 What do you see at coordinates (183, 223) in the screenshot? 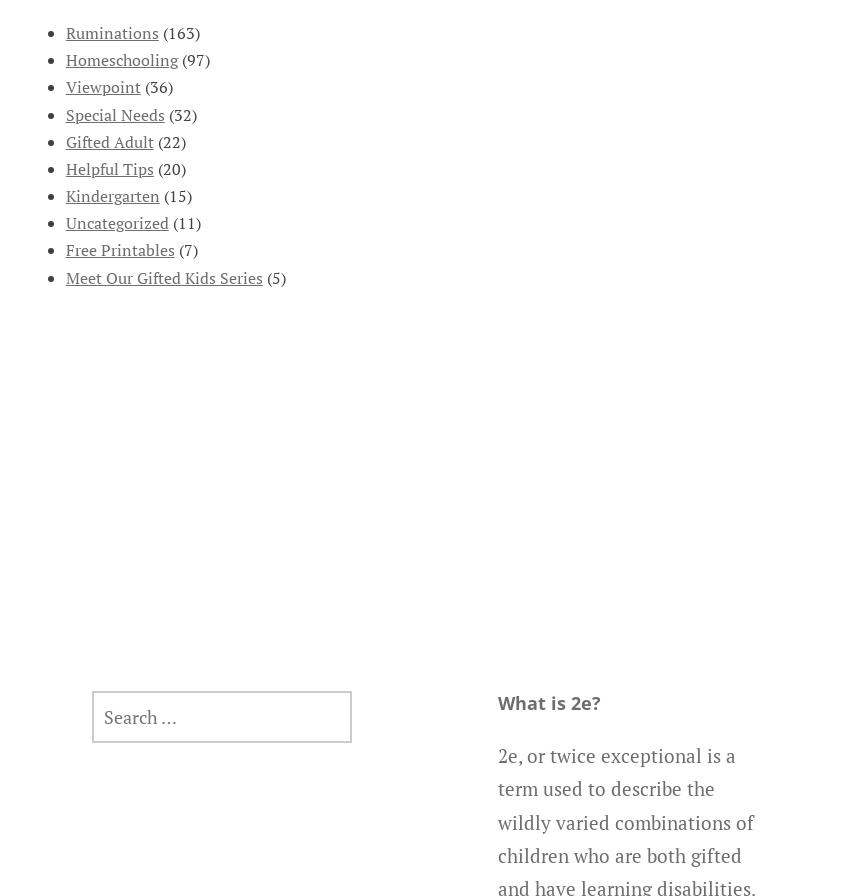
I see `'(11)'` at bounding box center [183, 223].